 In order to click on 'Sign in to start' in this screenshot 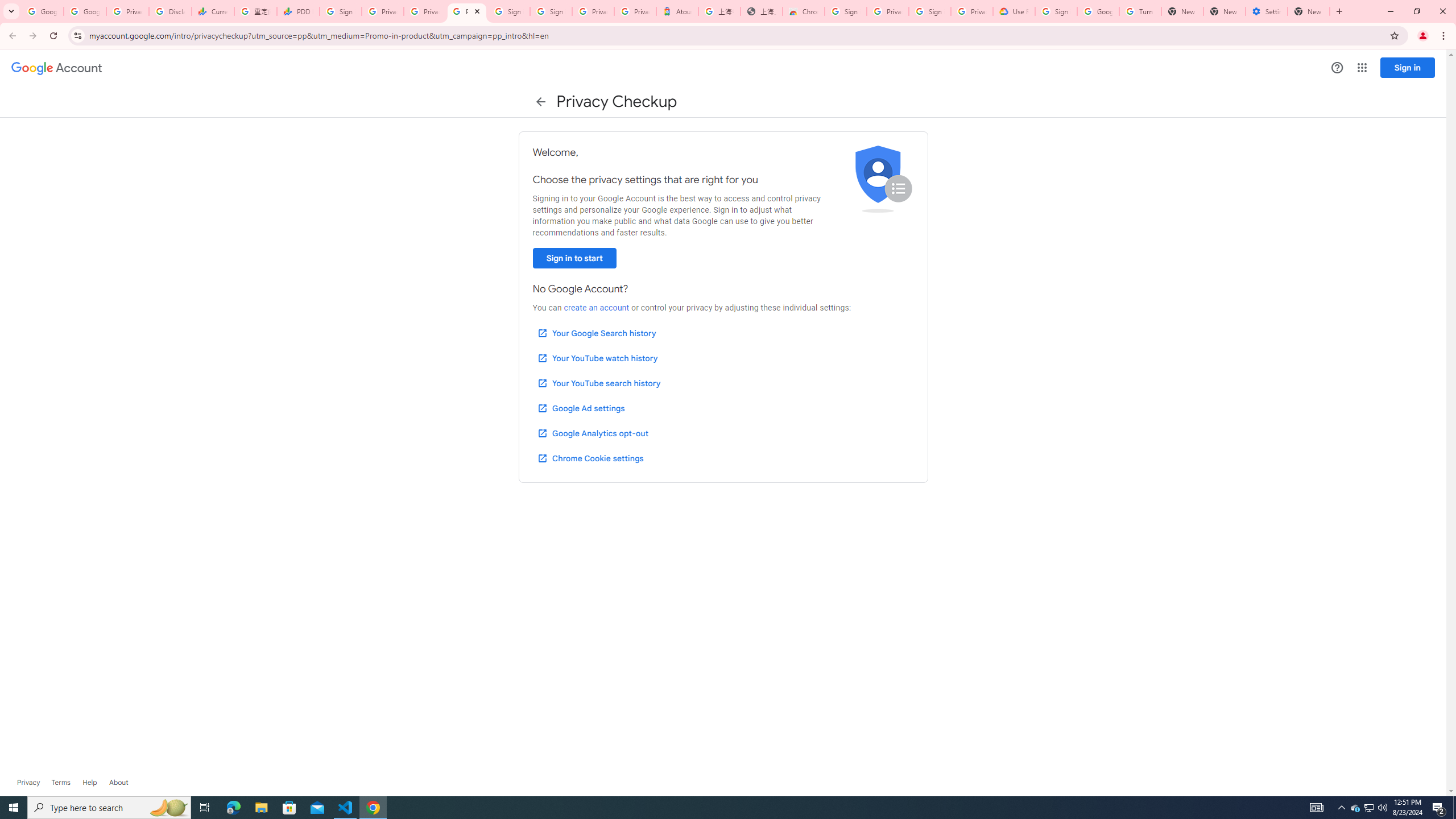, I will do `click(573, 258)`.